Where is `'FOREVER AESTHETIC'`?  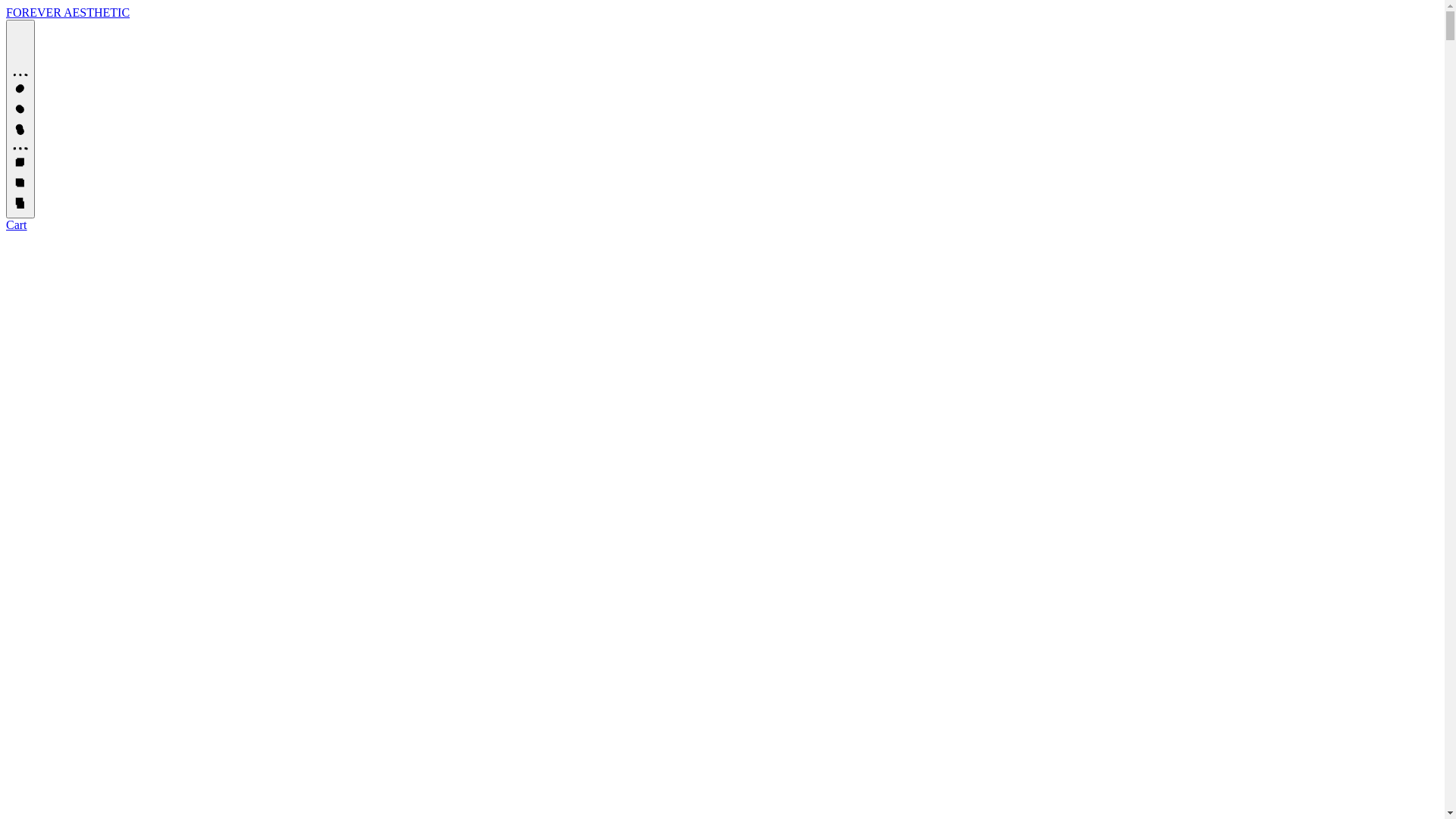
'FOREVER AESTHETIC' is located at coordinates (67, 12).